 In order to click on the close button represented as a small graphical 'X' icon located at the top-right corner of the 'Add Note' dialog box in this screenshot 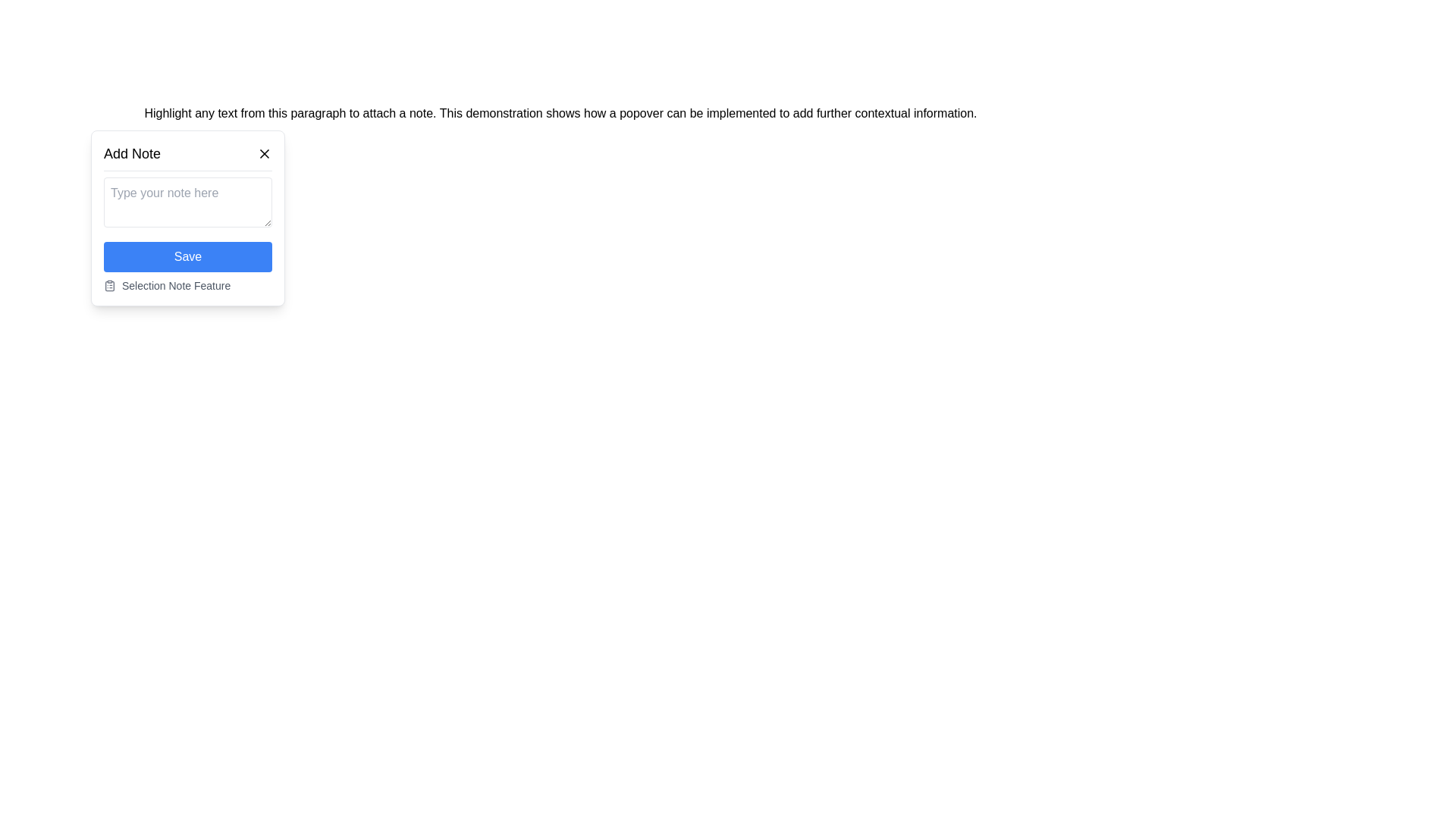, I will do `click(265, 154)`.